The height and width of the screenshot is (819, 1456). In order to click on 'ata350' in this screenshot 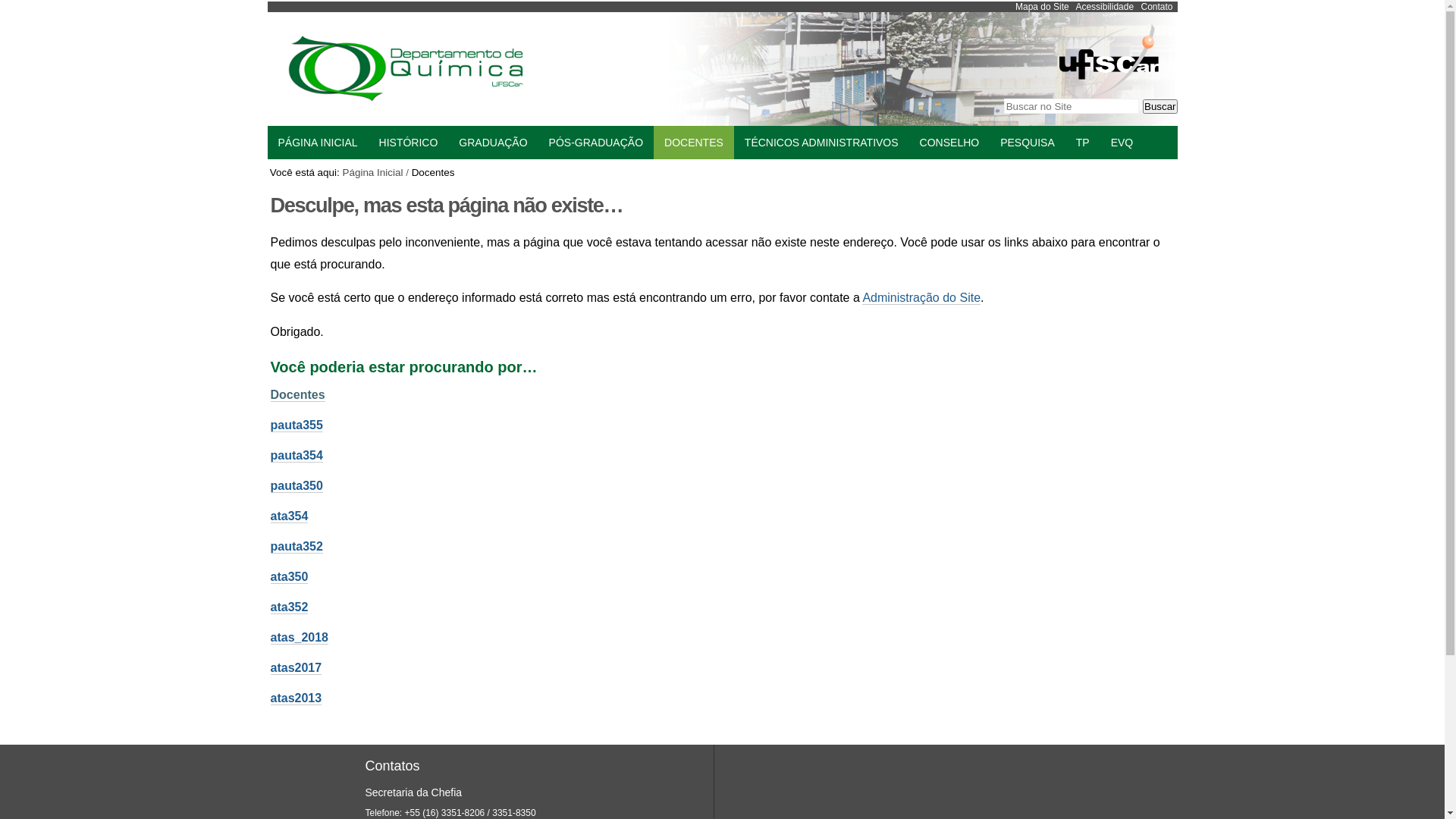, I will do `click(288, 576)`.